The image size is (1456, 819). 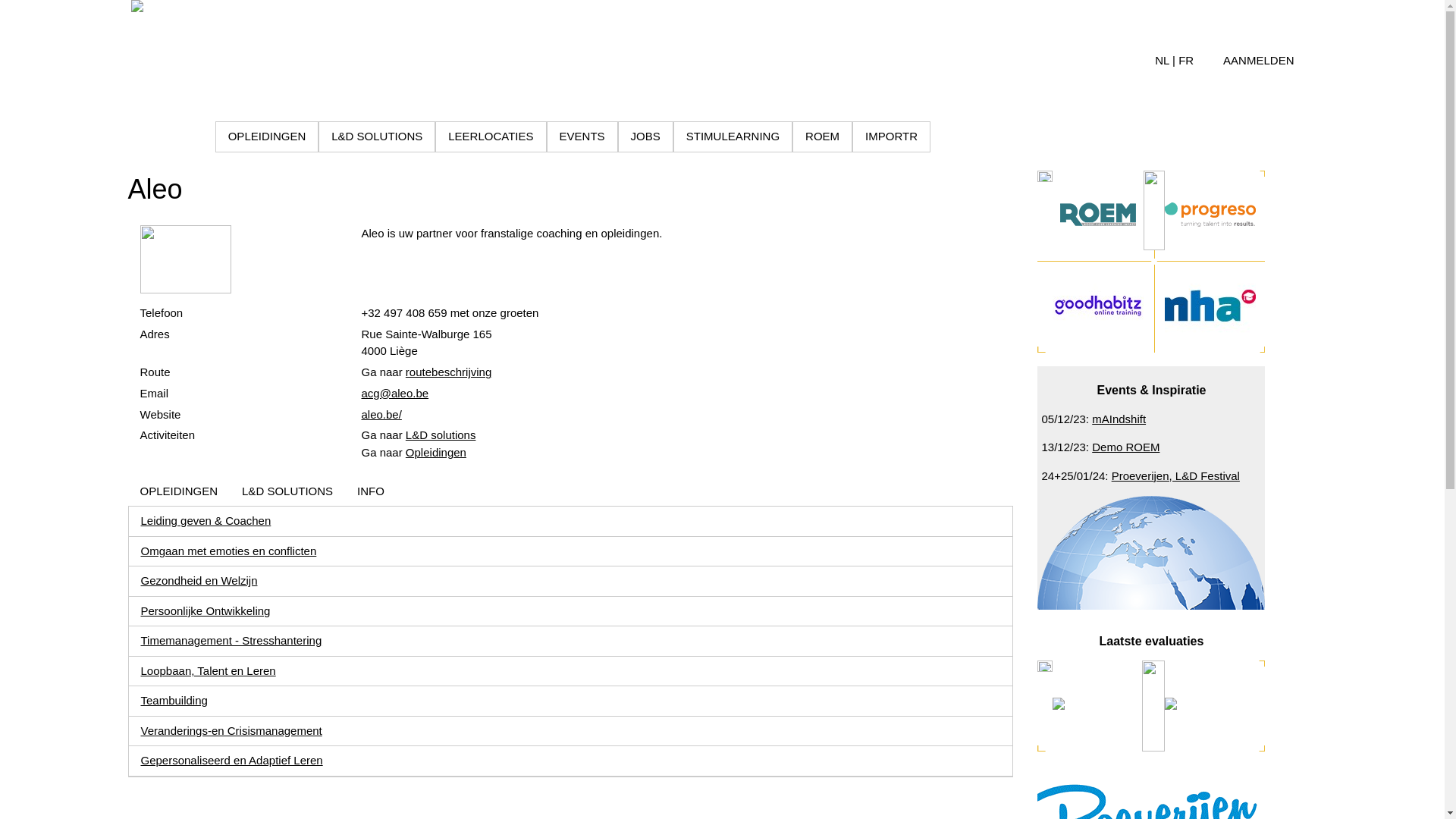 I want to click on 'acg@aleo.be', so click(x=394, y=392).